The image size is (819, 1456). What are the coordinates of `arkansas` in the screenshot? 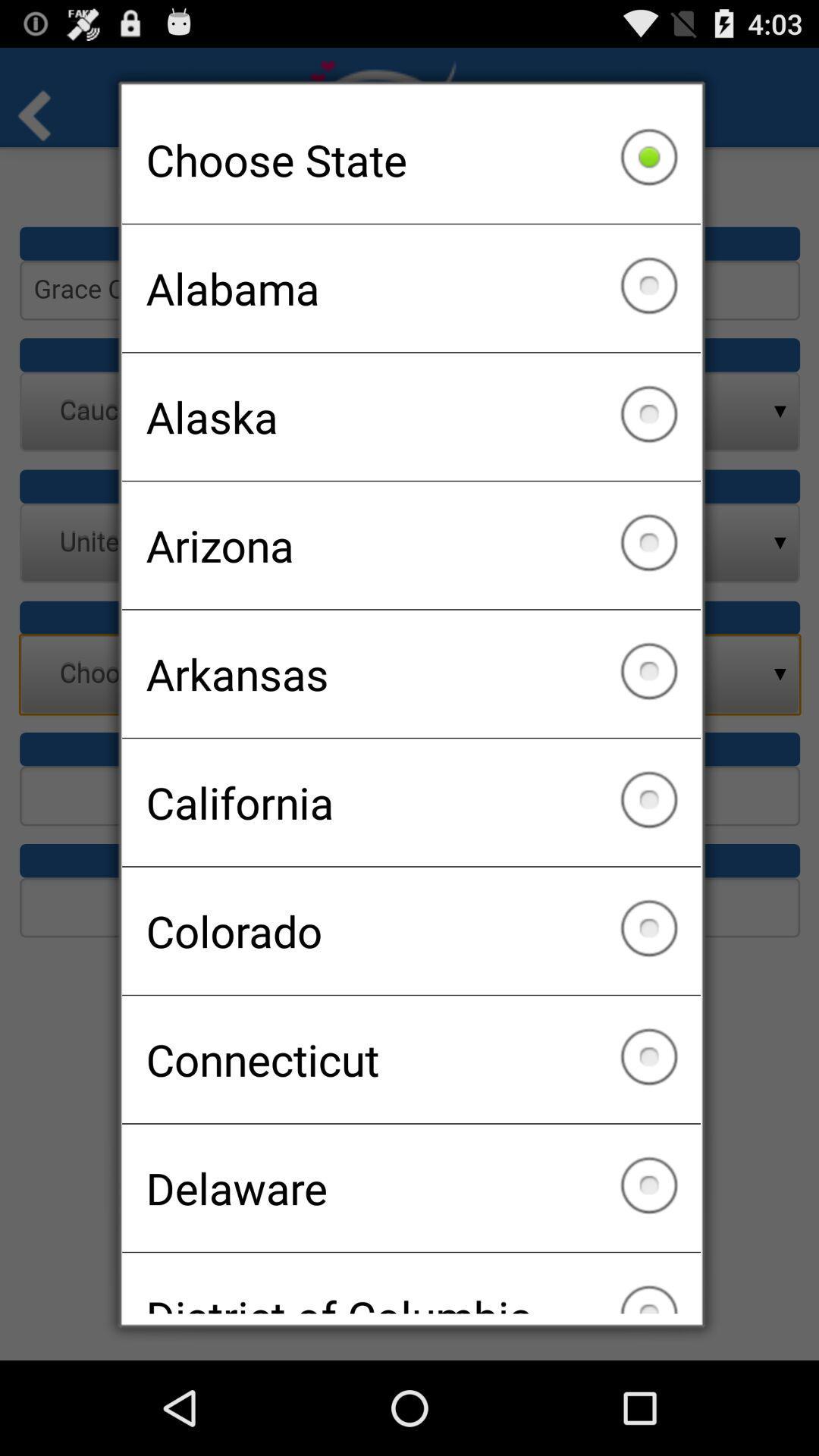 It's located at (411, 673).